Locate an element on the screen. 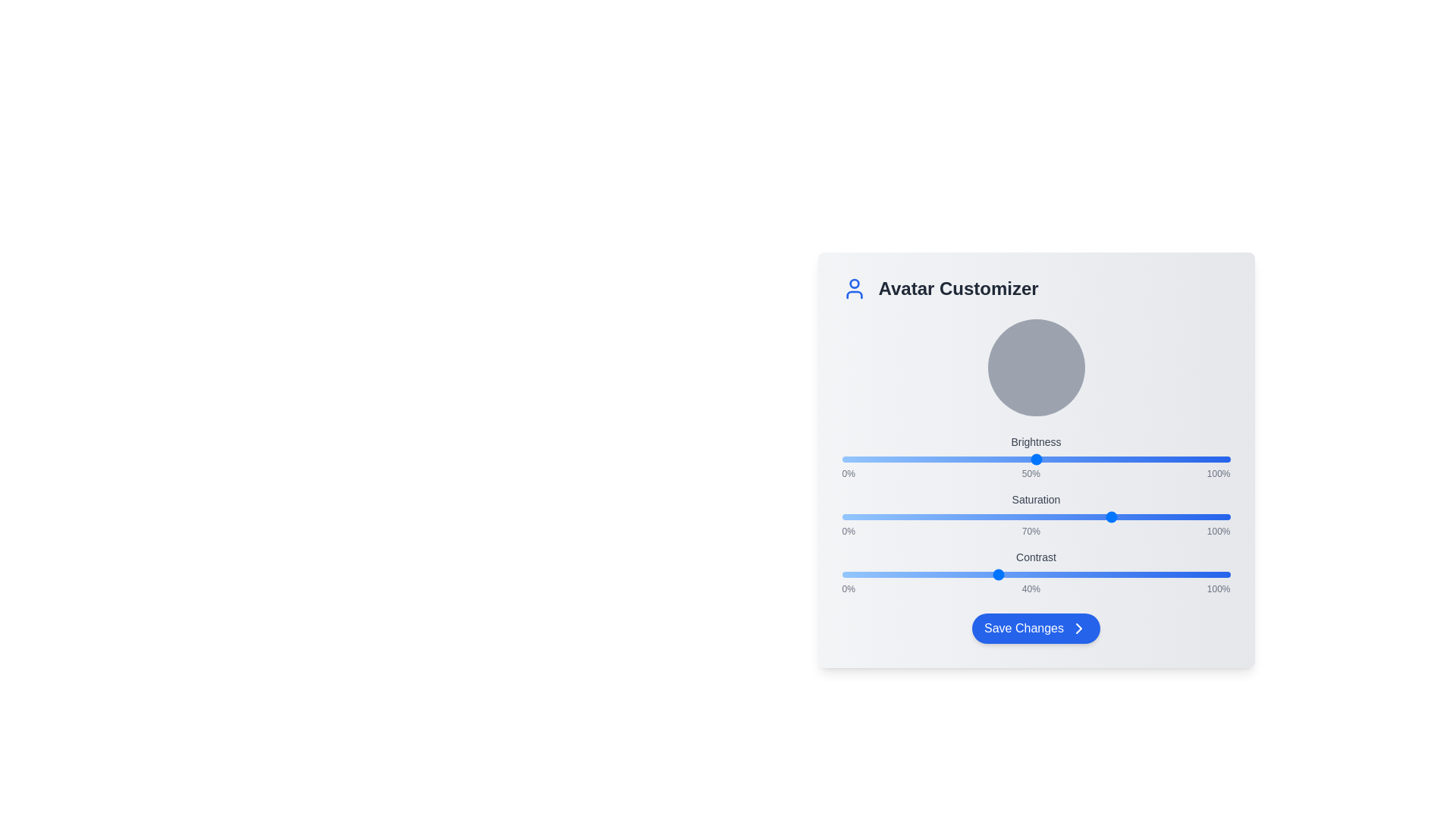  the contrast slider to 79% is located at coordinates (1149, 575).